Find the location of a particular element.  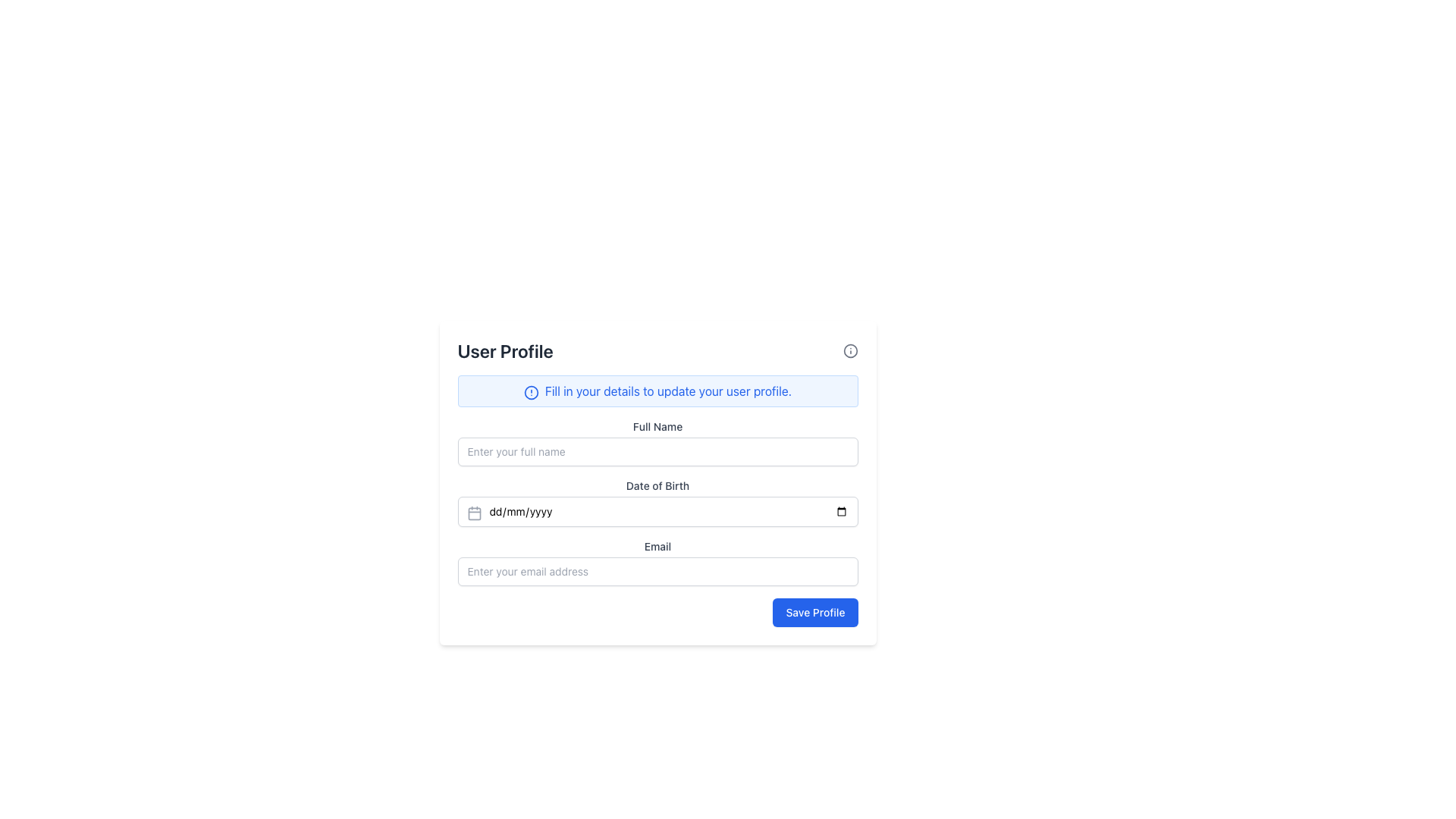

the calendar icon located to the left of the 'Date of Birth' input field in the 'User Profile' form is located at coordinates (473, 513).